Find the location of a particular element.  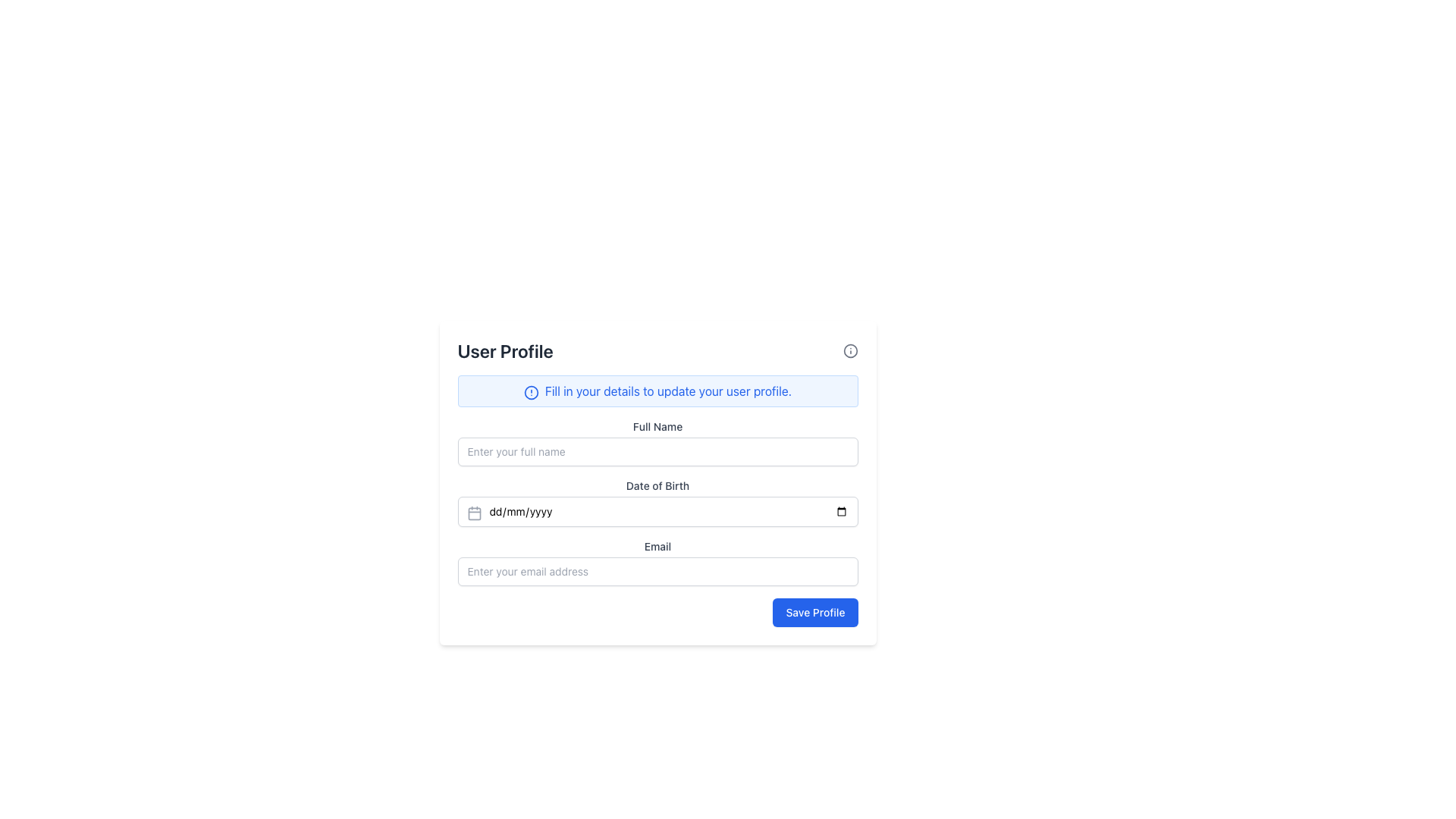

the calendar icon located to the left of the 'Date of Birth' input field in the 'User Profile' form is located at coordinates (473, 513).